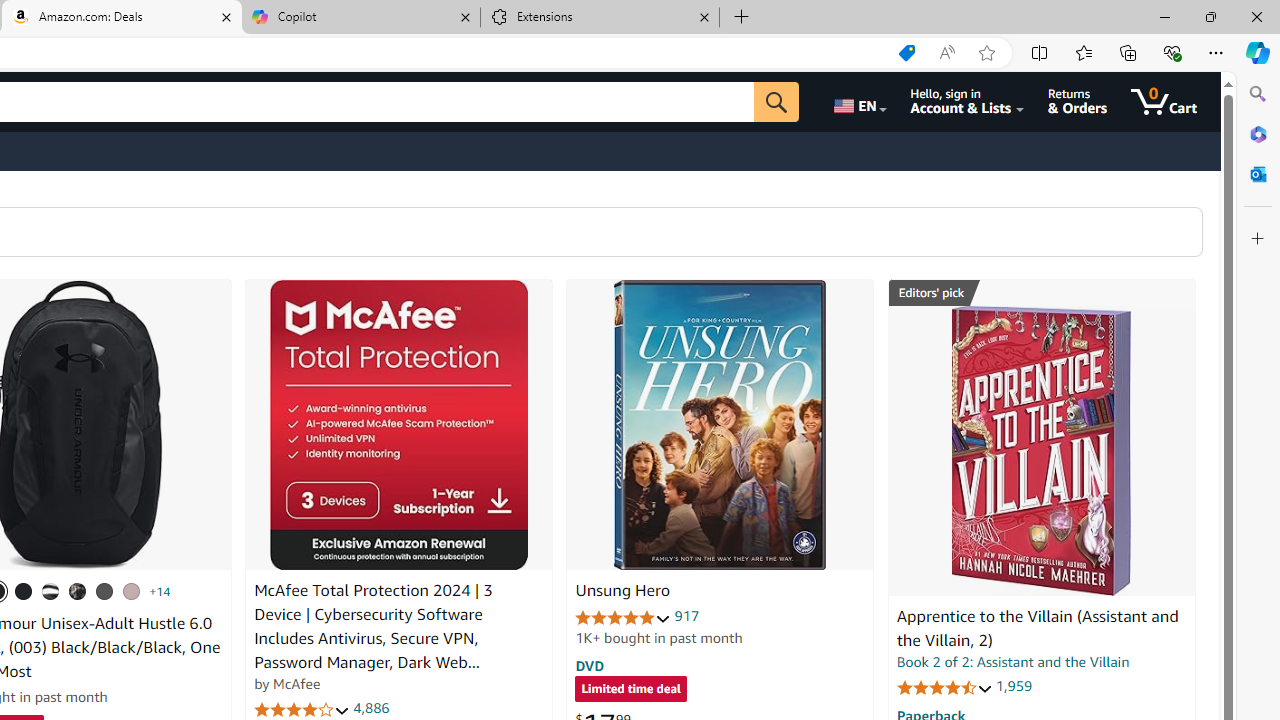 This screenshot has height=720, width=1280. Describe the element at coordinates (687, 615) in the screenshot. I see `'917'` at that location.